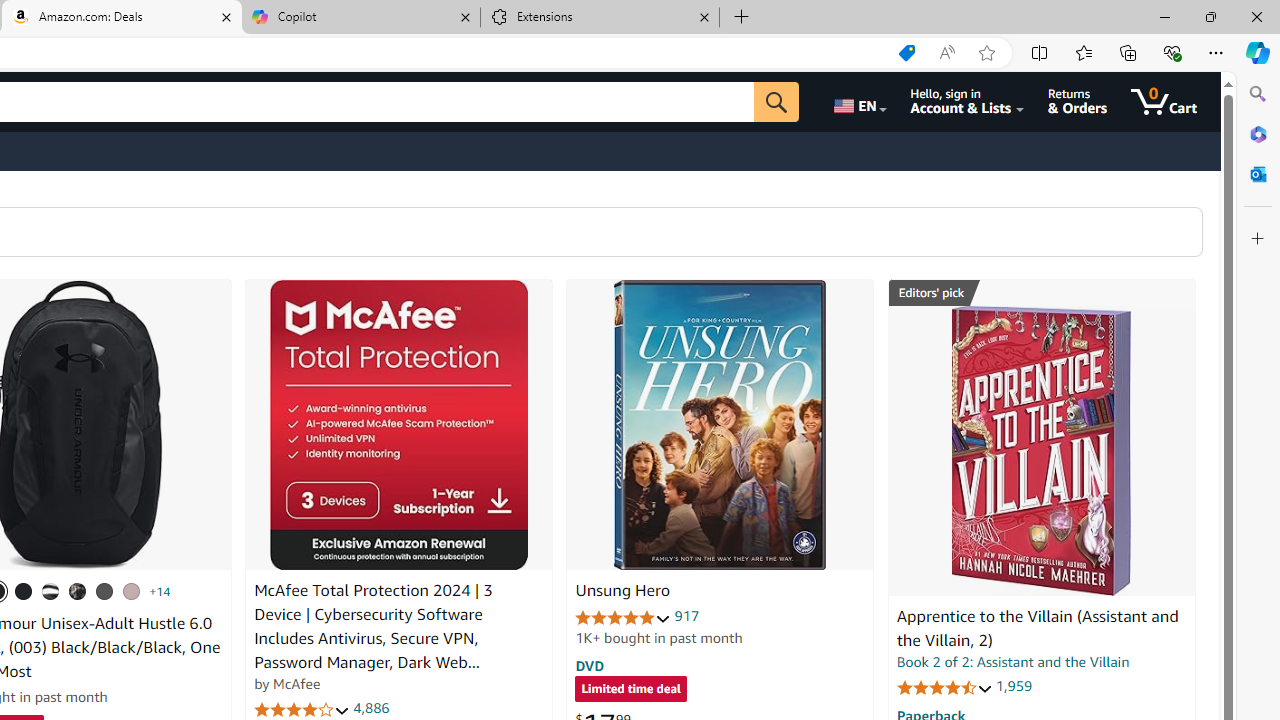 This screenshot has height=720, width=1280. Describe the element at coordinates (687, 615) in the screenshot. I see `'917'` at that location.